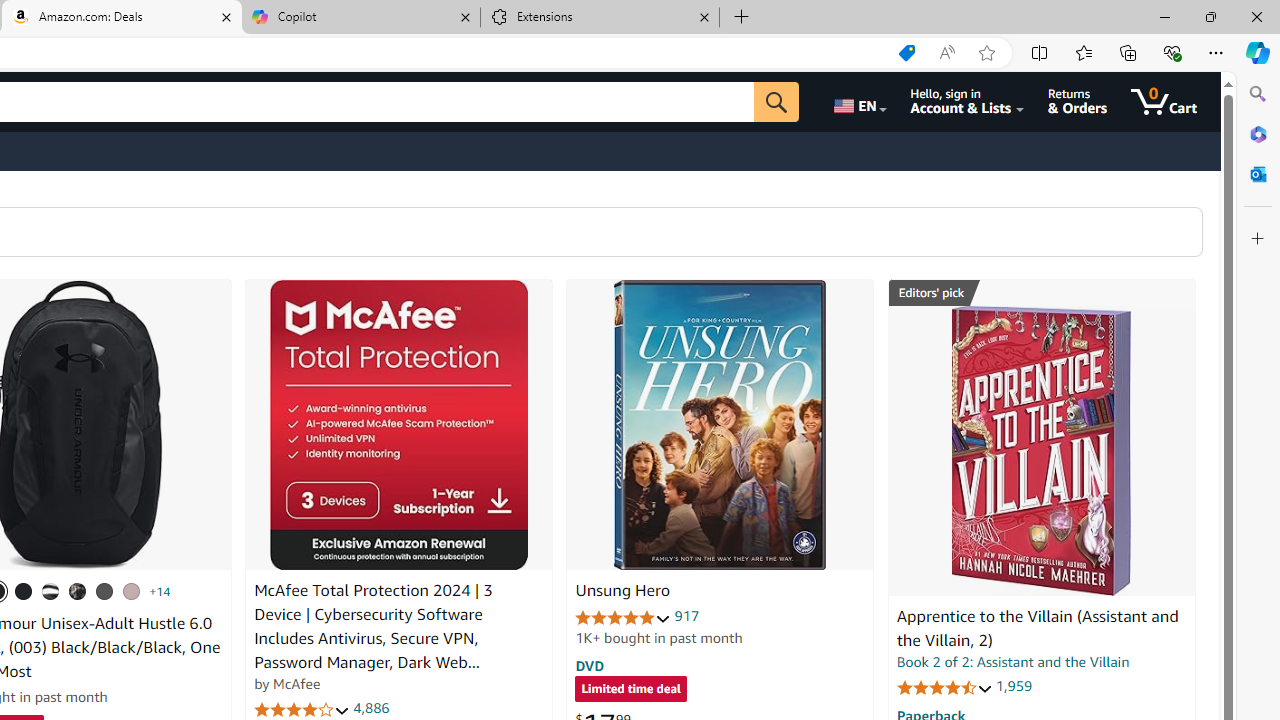 This screenshot has height=720, width=1280. Describe the element at coordinates (687, 615) in the screenshot. I see `'917'` at that location.